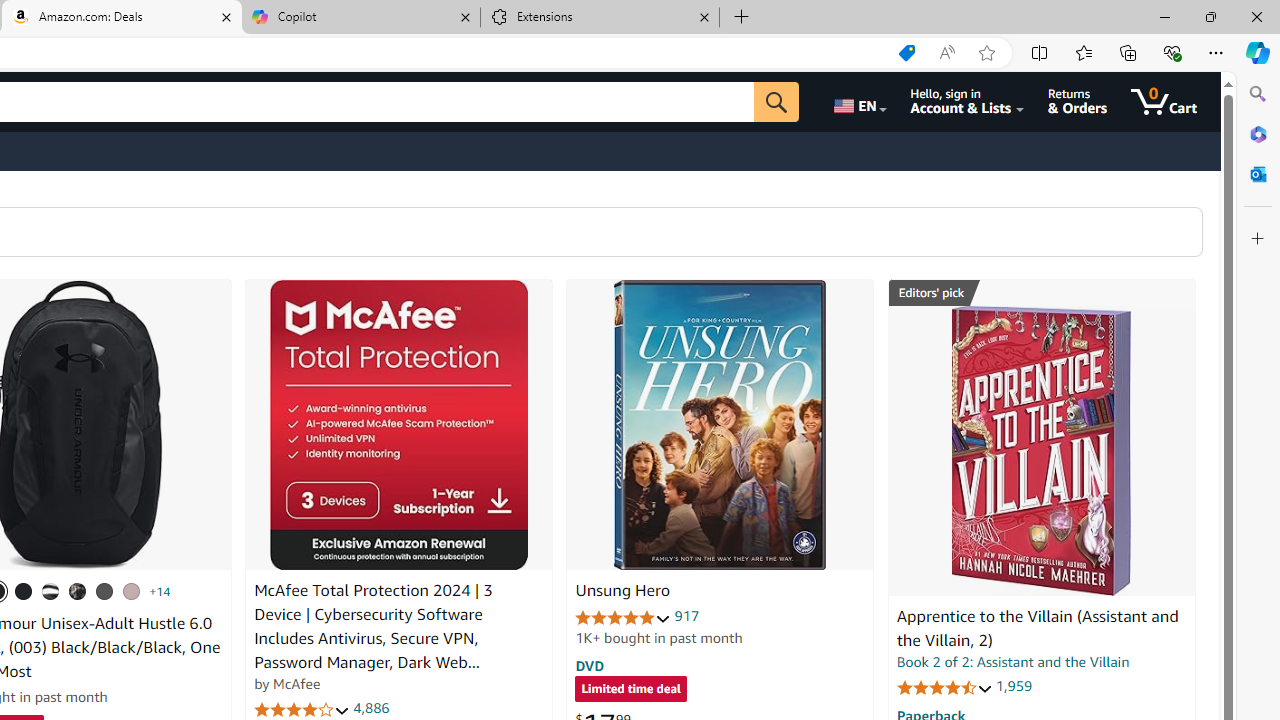 This screenshot has height=720, width=1280. Describe the element at coordinates (687, 615) in the screenshot. I see `'917'` at that location.